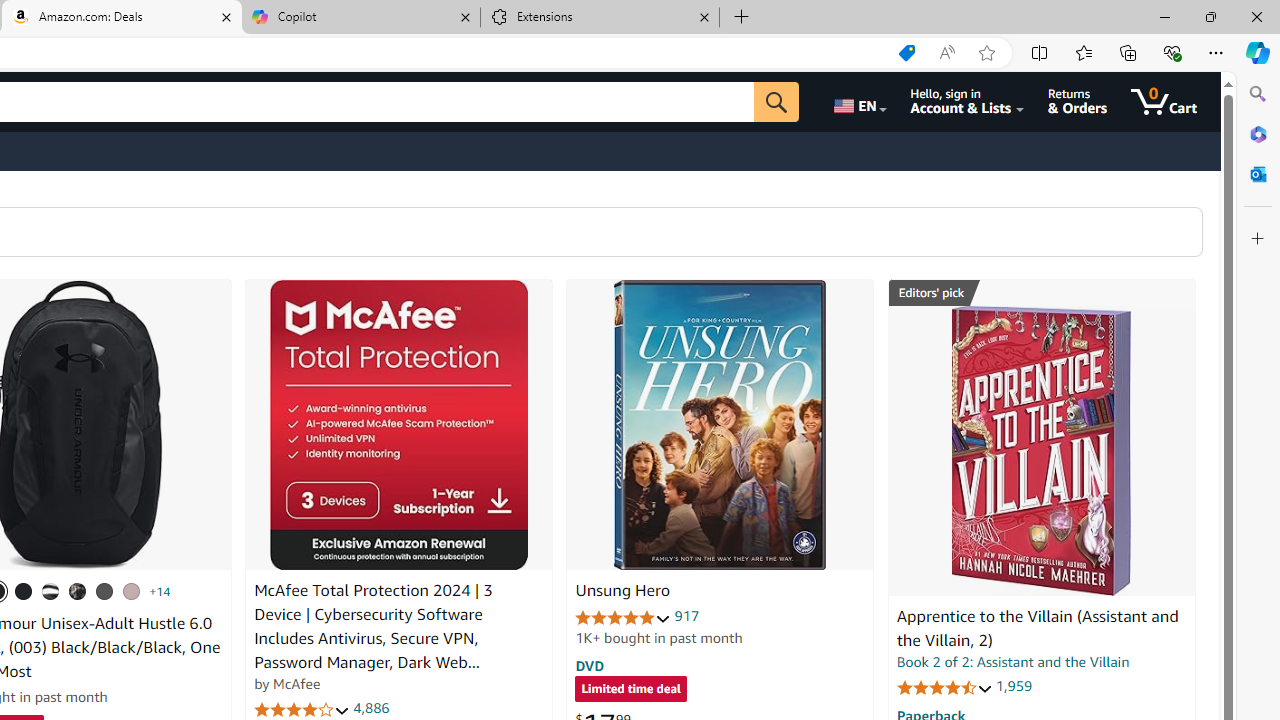 This screenshot has height=720, width=1280. Describe the element at coordinates (687, 615) in the screenshot. I see `'917'` at that location.